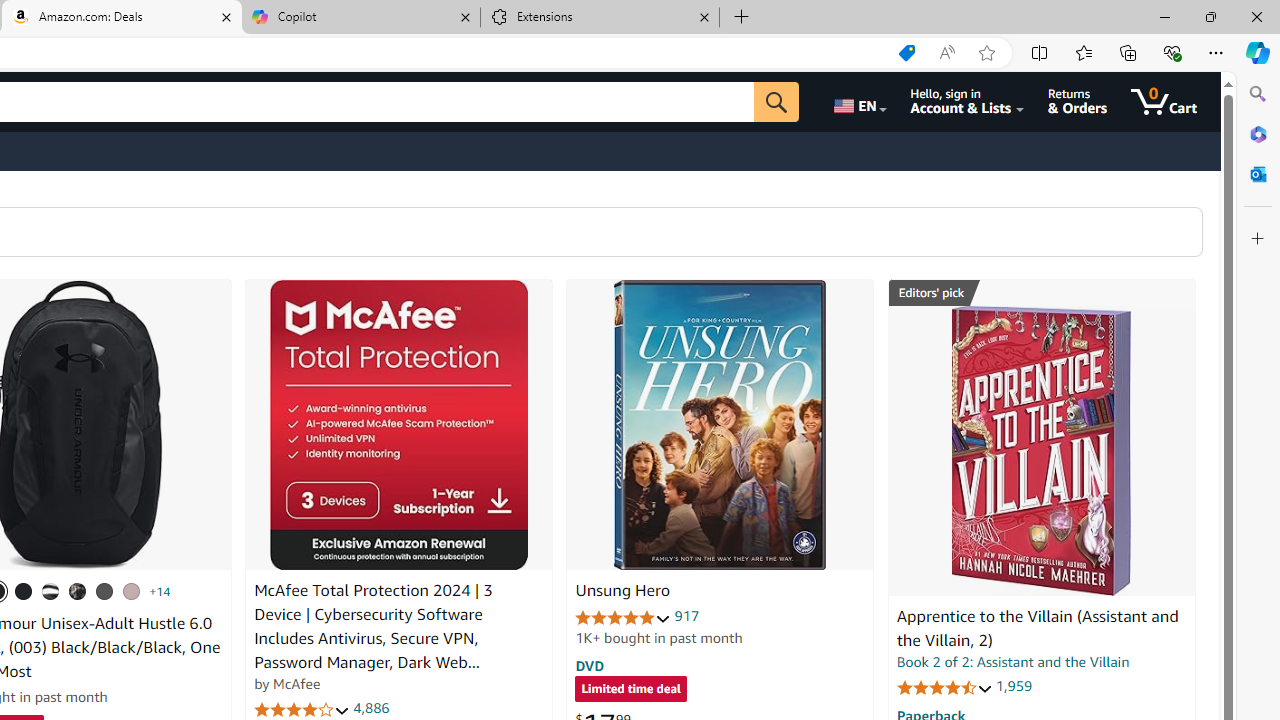 This screenshot has height=720, width=1280. Describe the element at coordinates (687, 615) in the screenshot. I see `'917'` at that location.